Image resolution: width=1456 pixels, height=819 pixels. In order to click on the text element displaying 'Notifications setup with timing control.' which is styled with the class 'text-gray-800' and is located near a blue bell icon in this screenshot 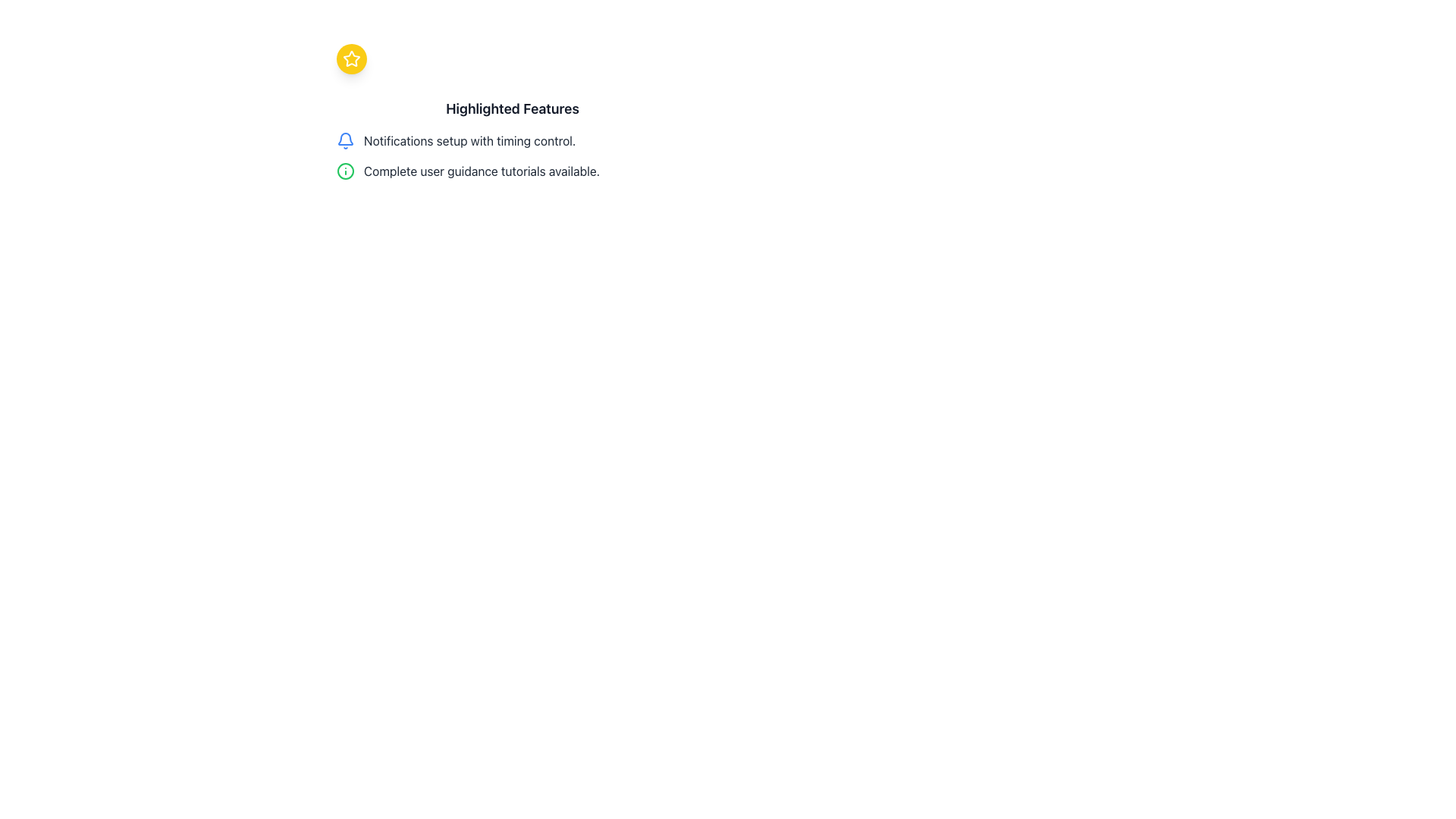, I will do `click(469, 140)`.